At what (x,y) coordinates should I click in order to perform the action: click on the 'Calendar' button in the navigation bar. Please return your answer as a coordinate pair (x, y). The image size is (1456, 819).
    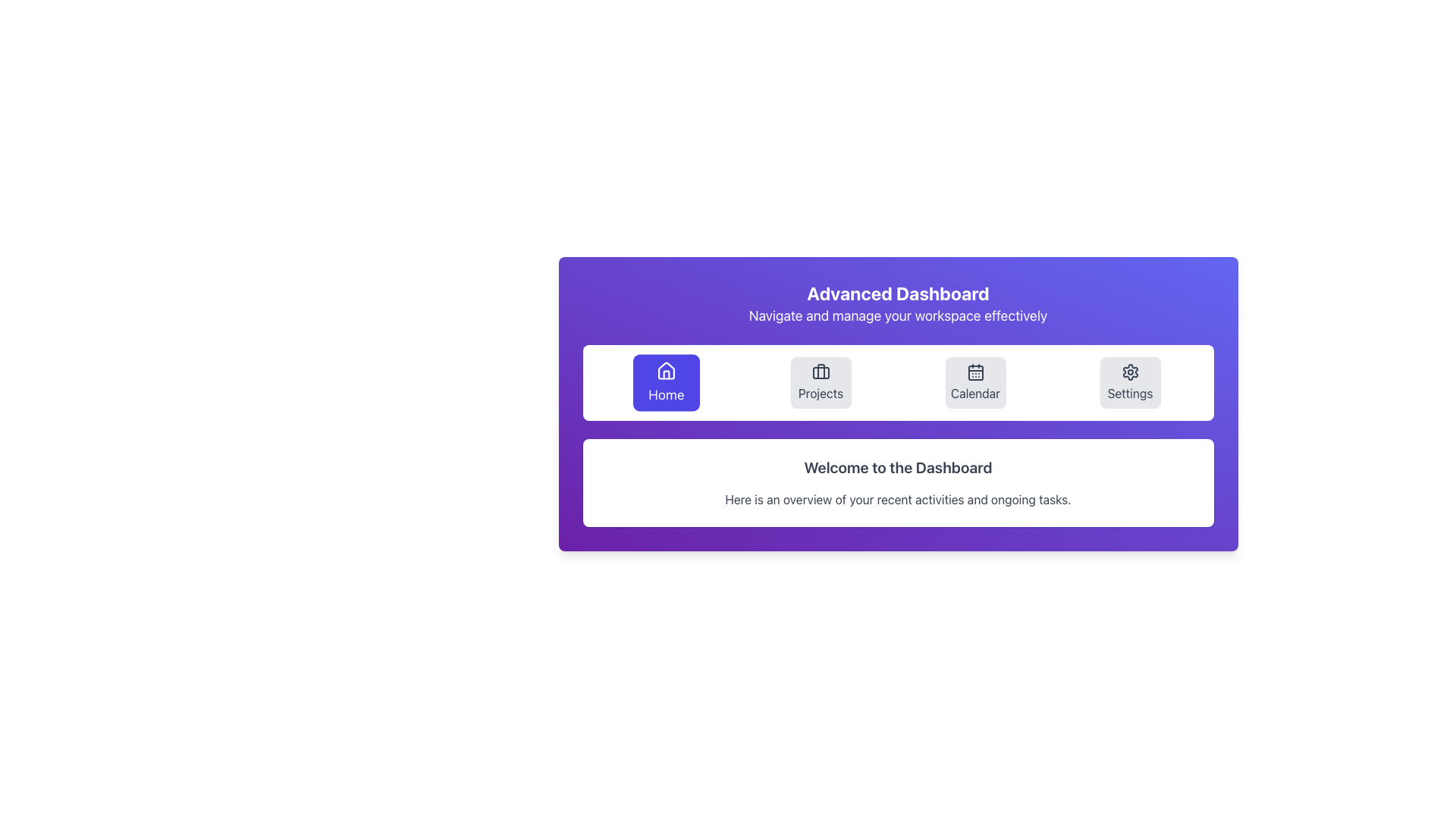
    Looking at the image, I should click on (975, 382).